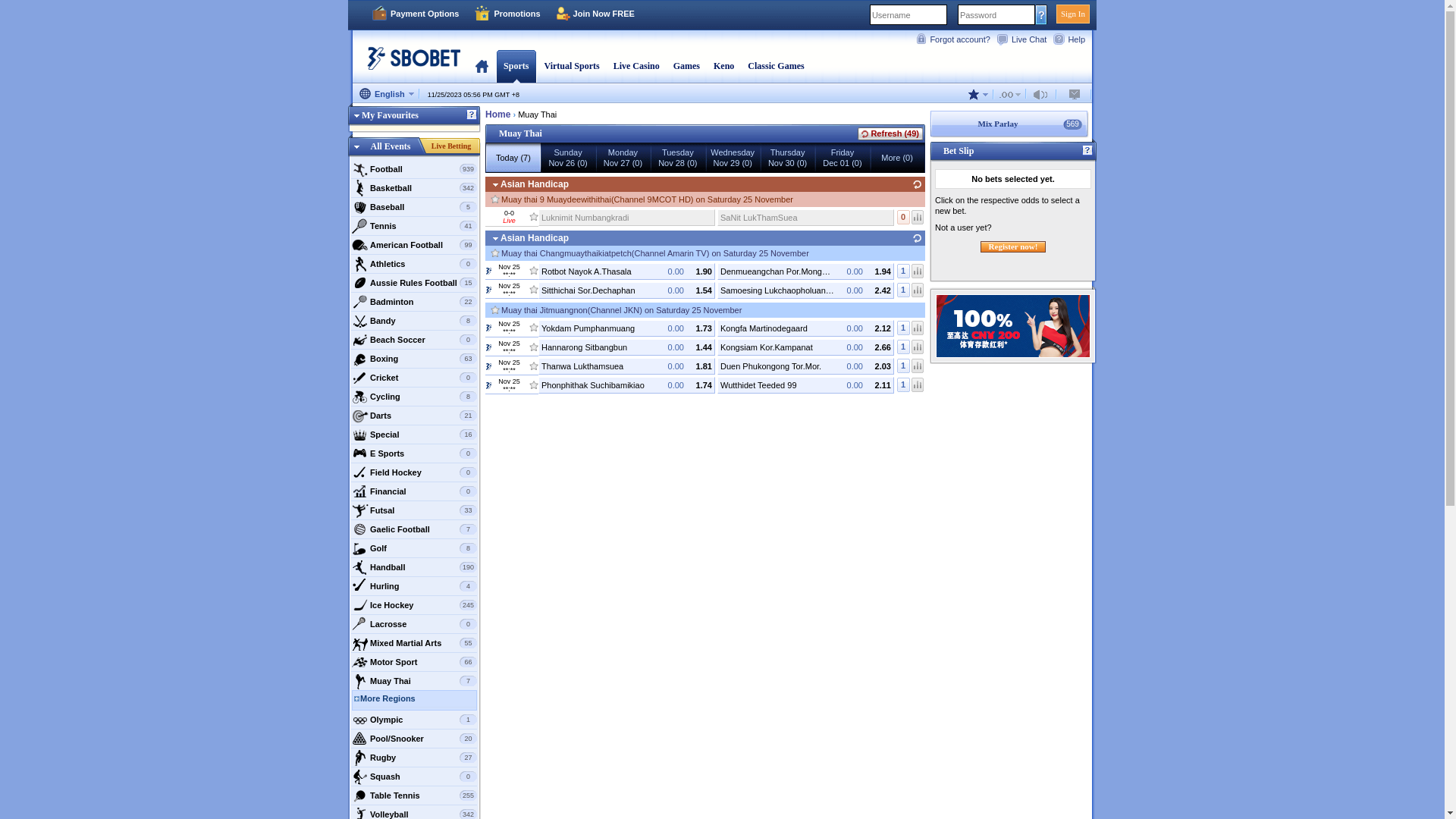 The image size is (1456, 819). I want to click on '2.66, so click(805, 347).